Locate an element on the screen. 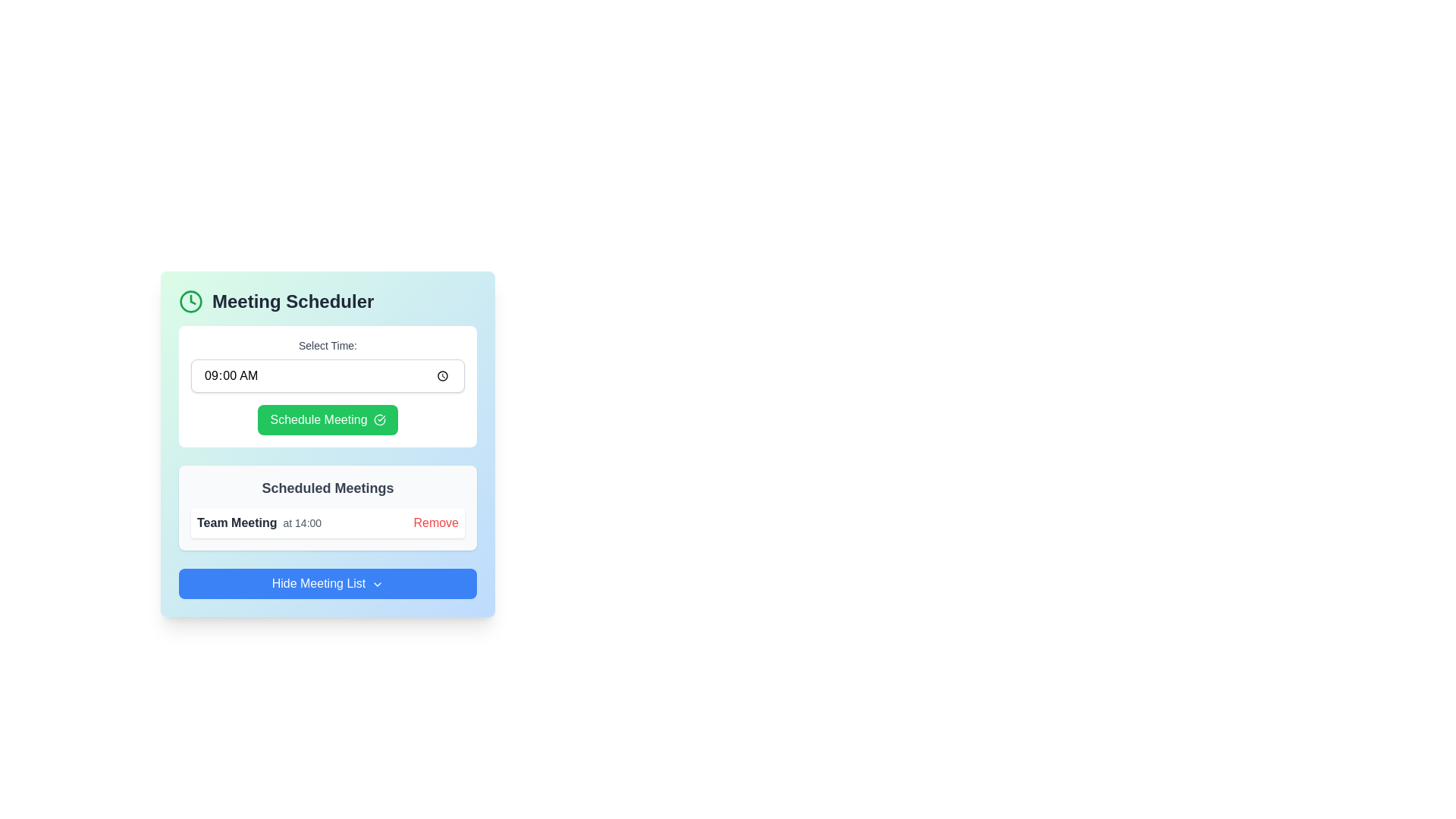 This screenshot has height=819, width=1456. text displayed in the Text label located in the 'Scheduled Meetings' section, which provides details of a scheduled meeting, including its title and time, positioned to the left of the red 'Remove' button is located at coordinates (259, 522).